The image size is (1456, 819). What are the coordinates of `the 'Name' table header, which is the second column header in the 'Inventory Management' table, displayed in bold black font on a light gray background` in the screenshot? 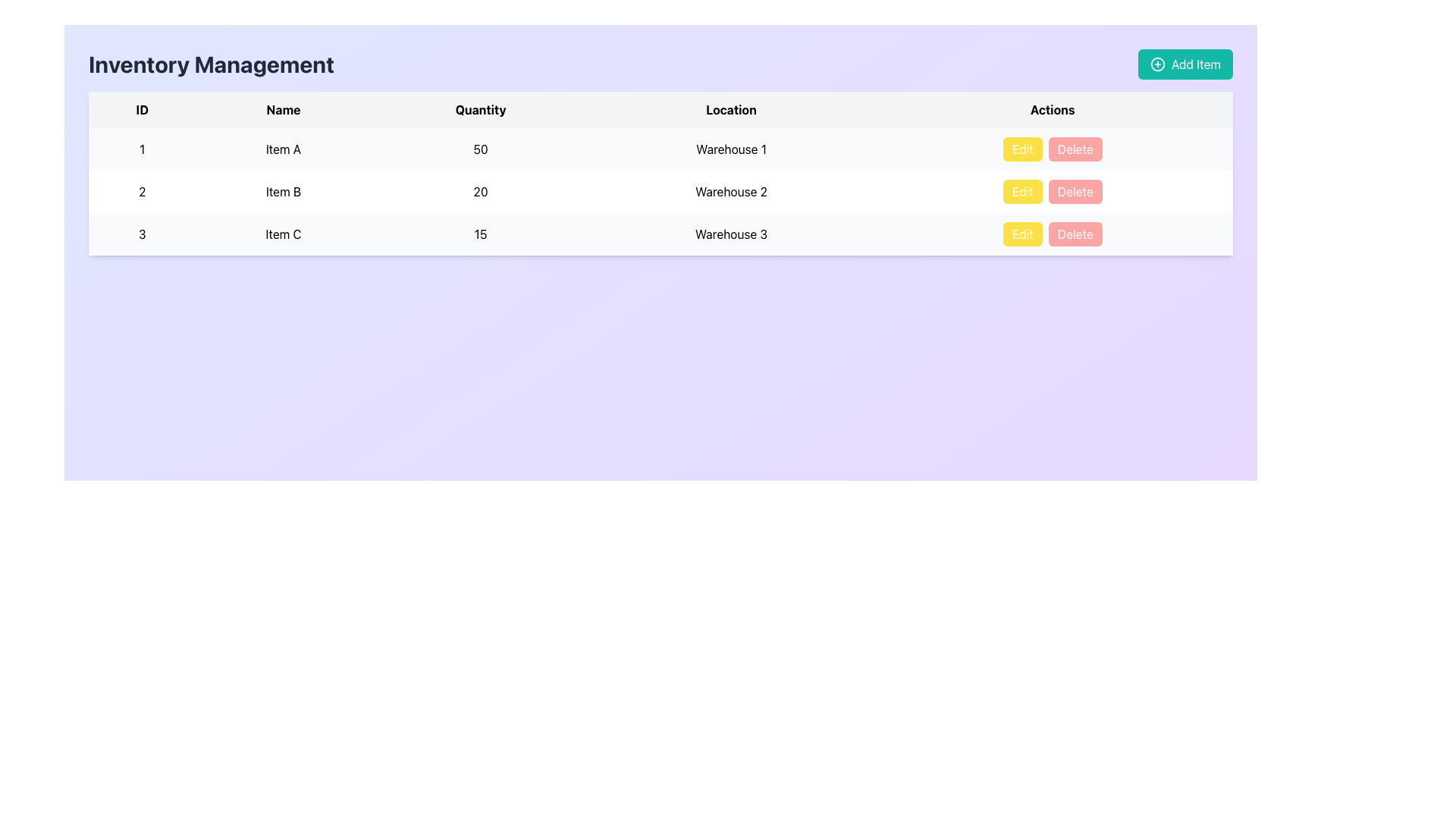 It's located at (284, 109).